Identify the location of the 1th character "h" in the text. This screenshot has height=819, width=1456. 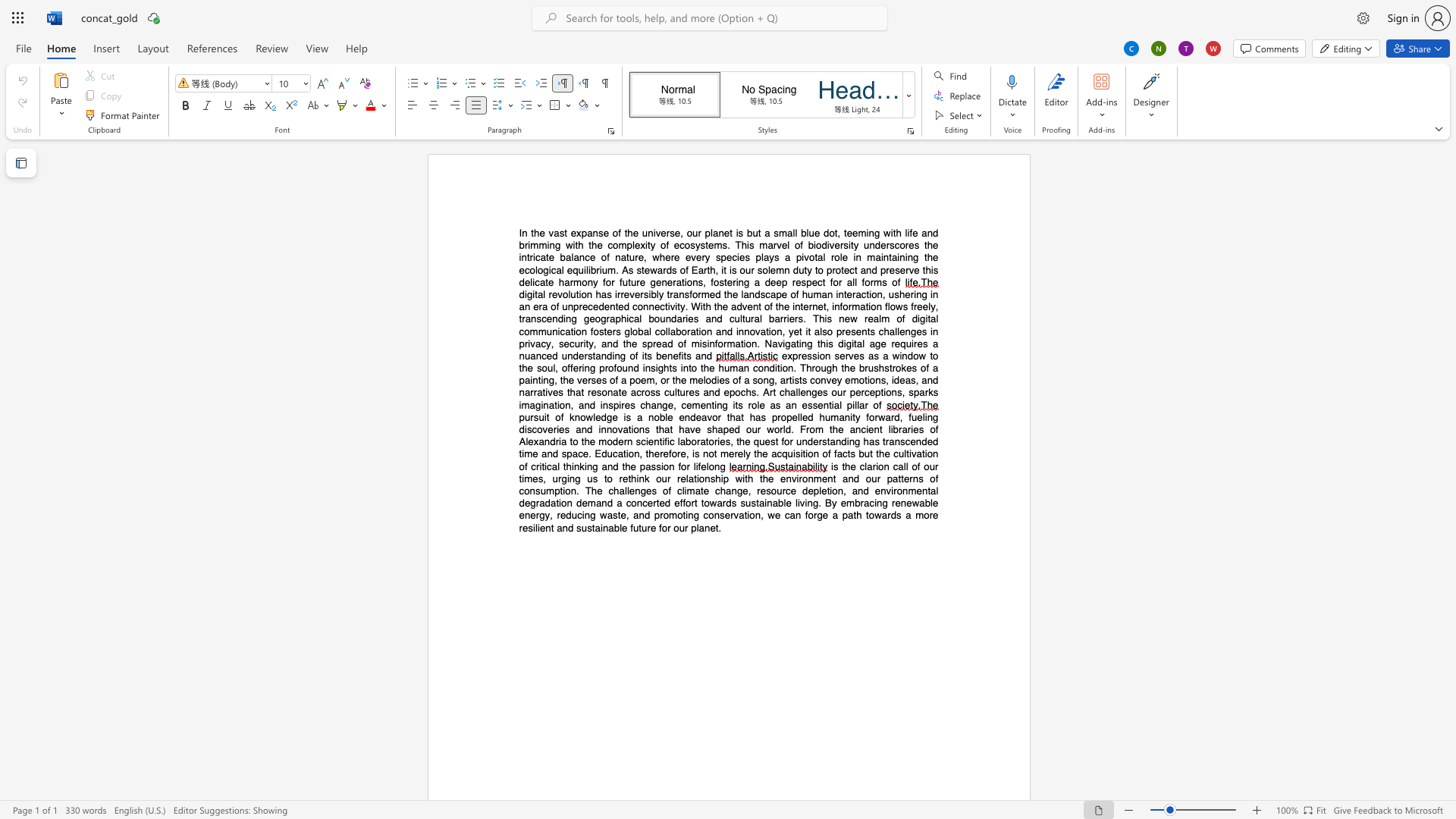
(733, 417).